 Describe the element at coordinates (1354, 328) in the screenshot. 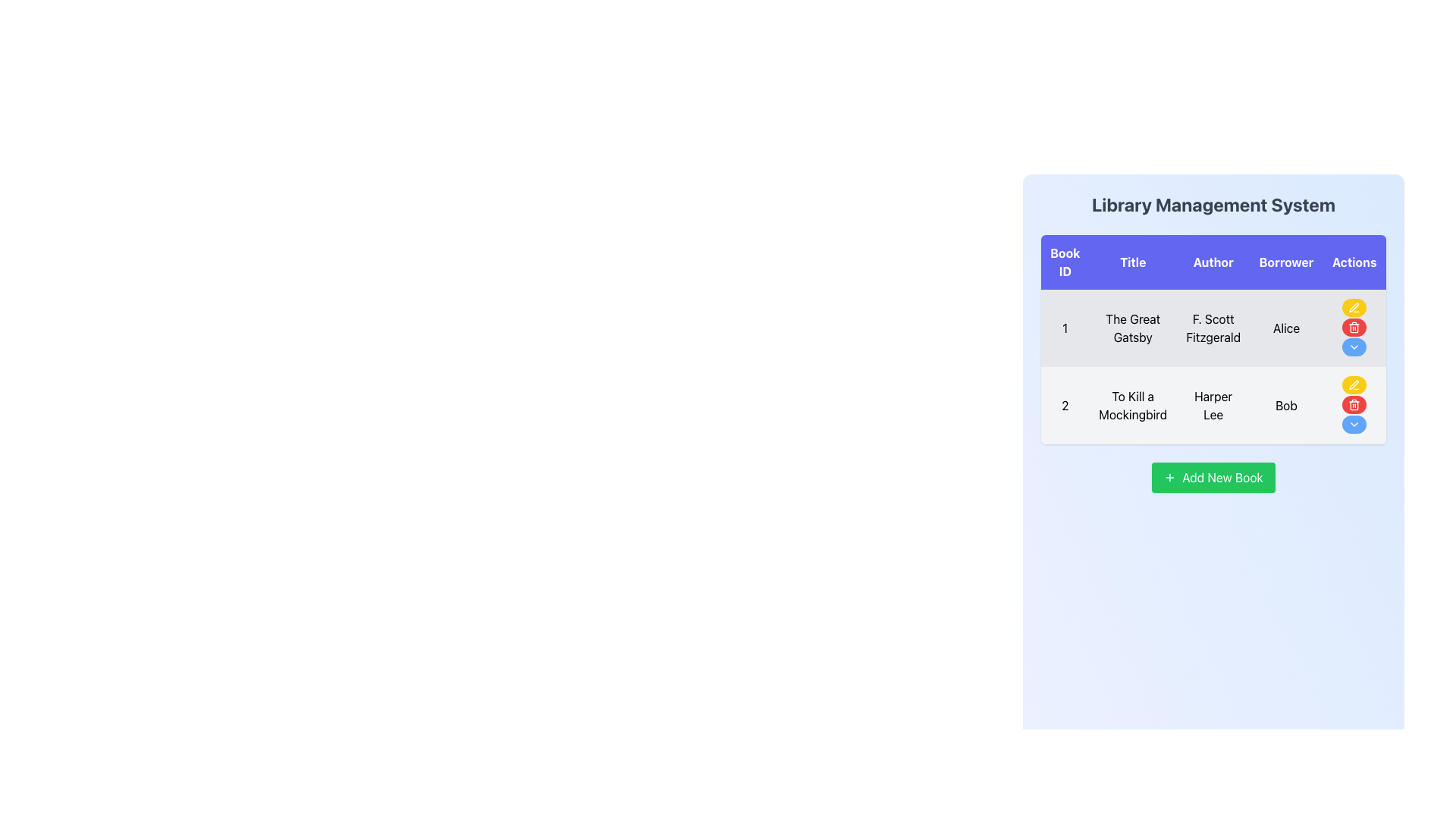

I see `the main body of the trash can icon in the 'Actions' column of the second row for the 'To Kill a Mockingbird' entry` at that location.